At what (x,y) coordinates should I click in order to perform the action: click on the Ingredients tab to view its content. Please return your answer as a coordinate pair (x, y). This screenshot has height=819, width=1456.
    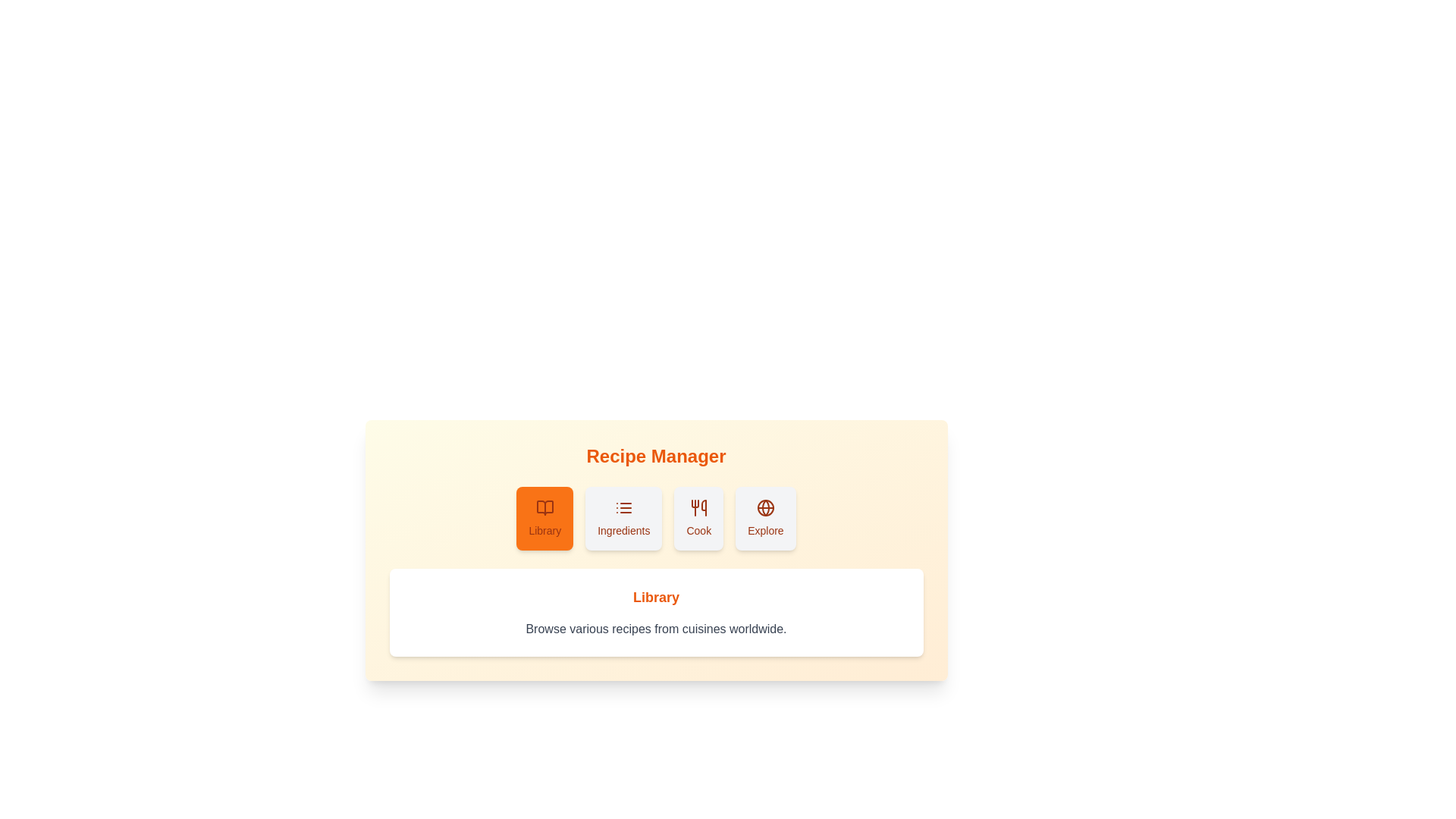
    Looking at the image, I should click on (623, 517).